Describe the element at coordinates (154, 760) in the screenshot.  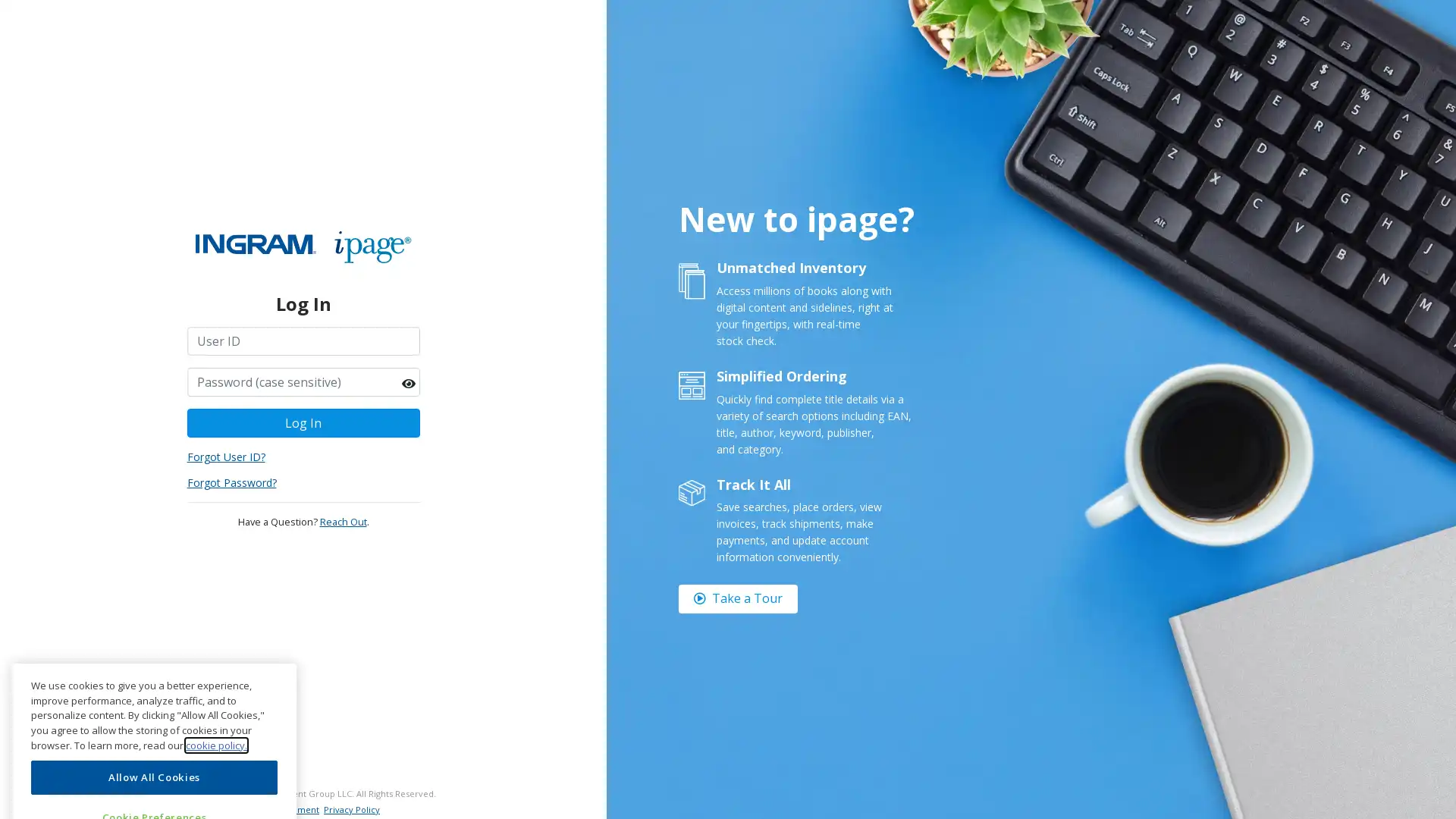
I see `Cookie Preferences` at that location.